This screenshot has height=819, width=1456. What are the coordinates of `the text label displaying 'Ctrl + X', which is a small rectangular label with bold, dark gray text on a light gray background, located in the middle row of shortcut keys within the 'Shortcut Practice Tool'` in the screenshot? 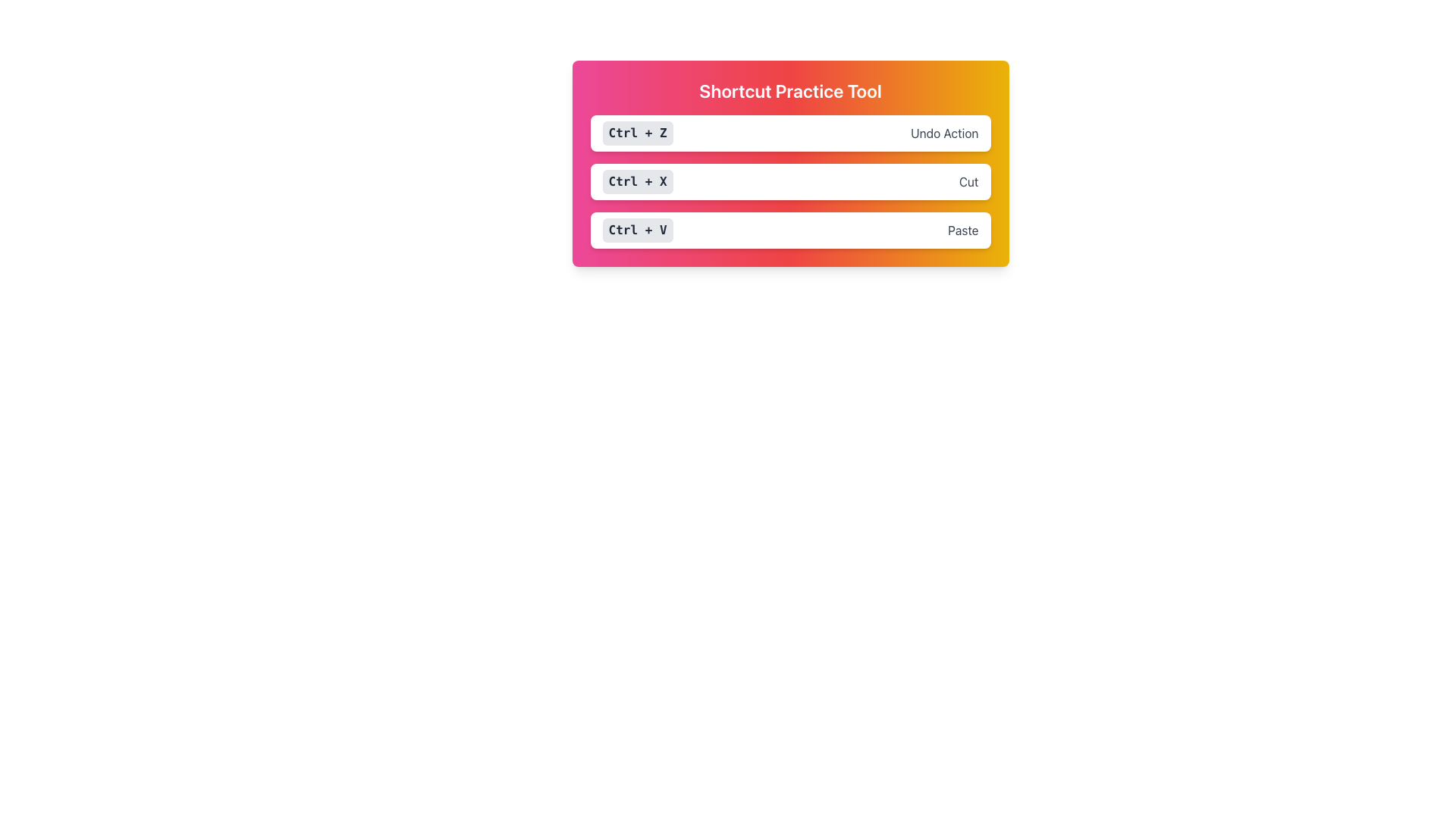 It's located at (637, 180).